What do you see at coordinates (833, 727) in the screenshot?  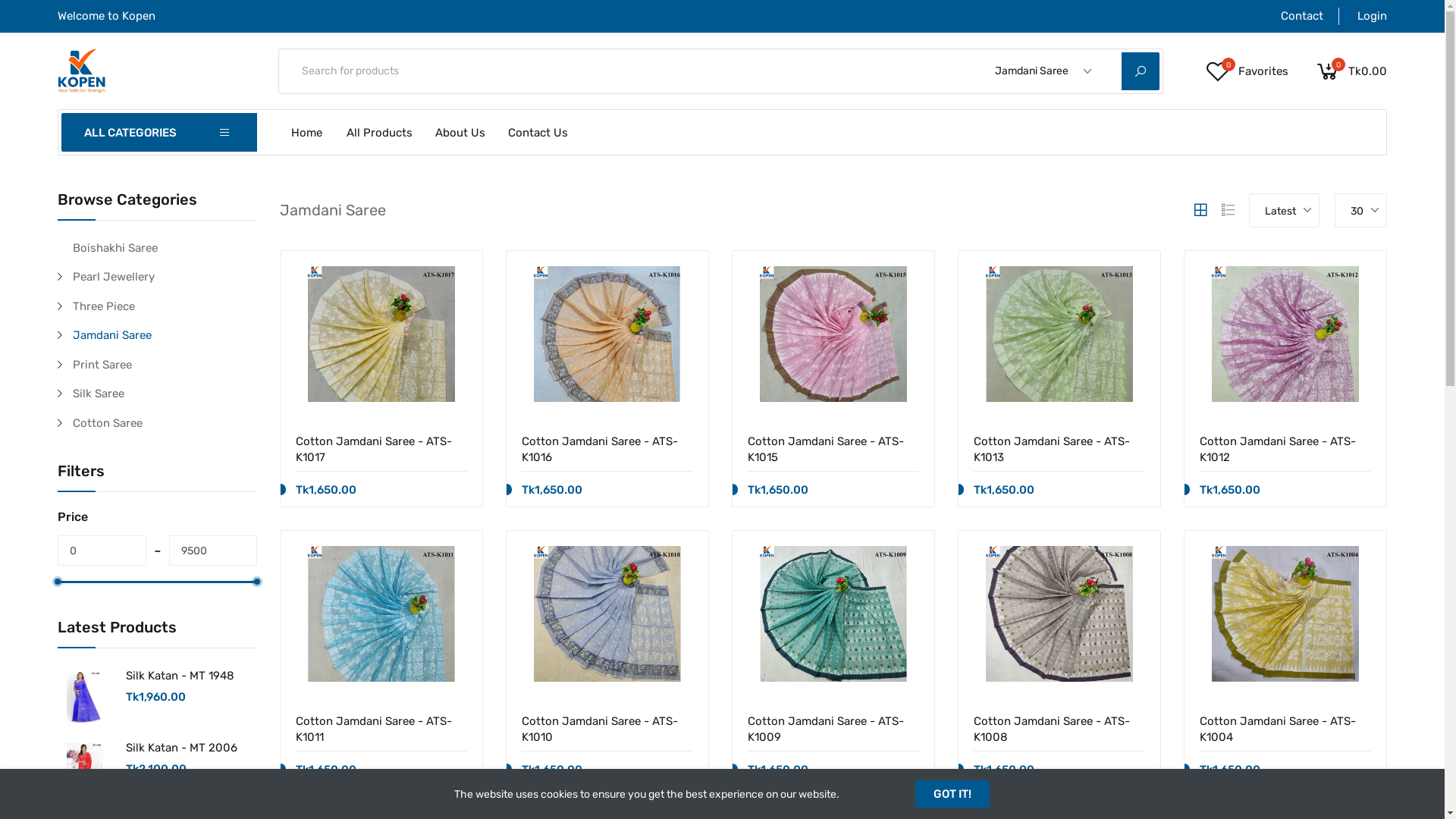 I see `'Cotton Jamdani Saree - ATS-K1009'` at bounding box center [833, 727].